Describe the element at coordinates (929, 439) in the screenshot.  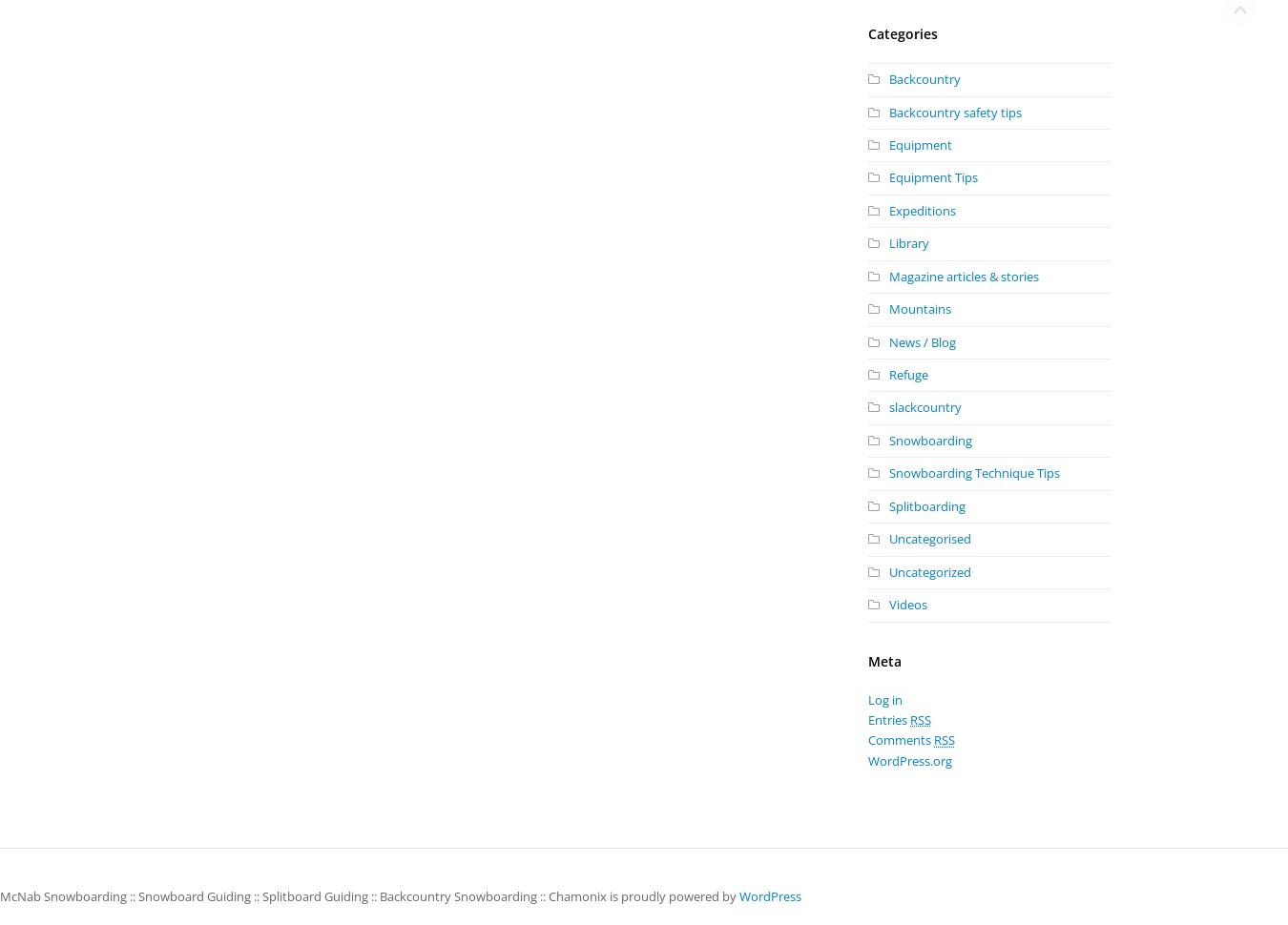
I see `'Snowboarding'` at that location.